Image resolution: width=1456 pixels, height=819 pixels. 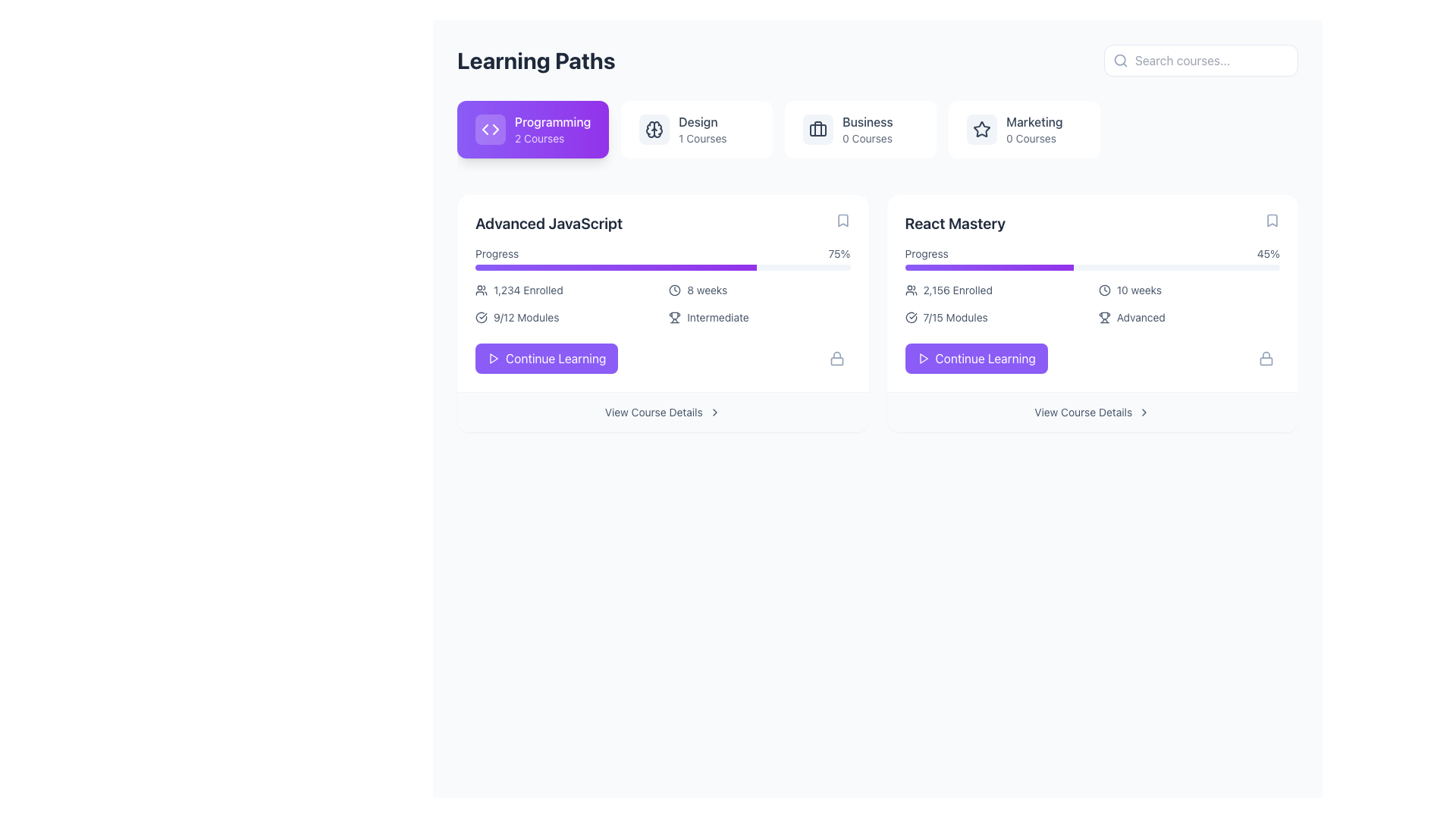 What do you see at coordinates (839, 253) in the screenshot?
I see `the static text label displaying '75%' which indicates the percentage of completion for the course 'Advanced JavaScript'` at bounding box center [839, 253].